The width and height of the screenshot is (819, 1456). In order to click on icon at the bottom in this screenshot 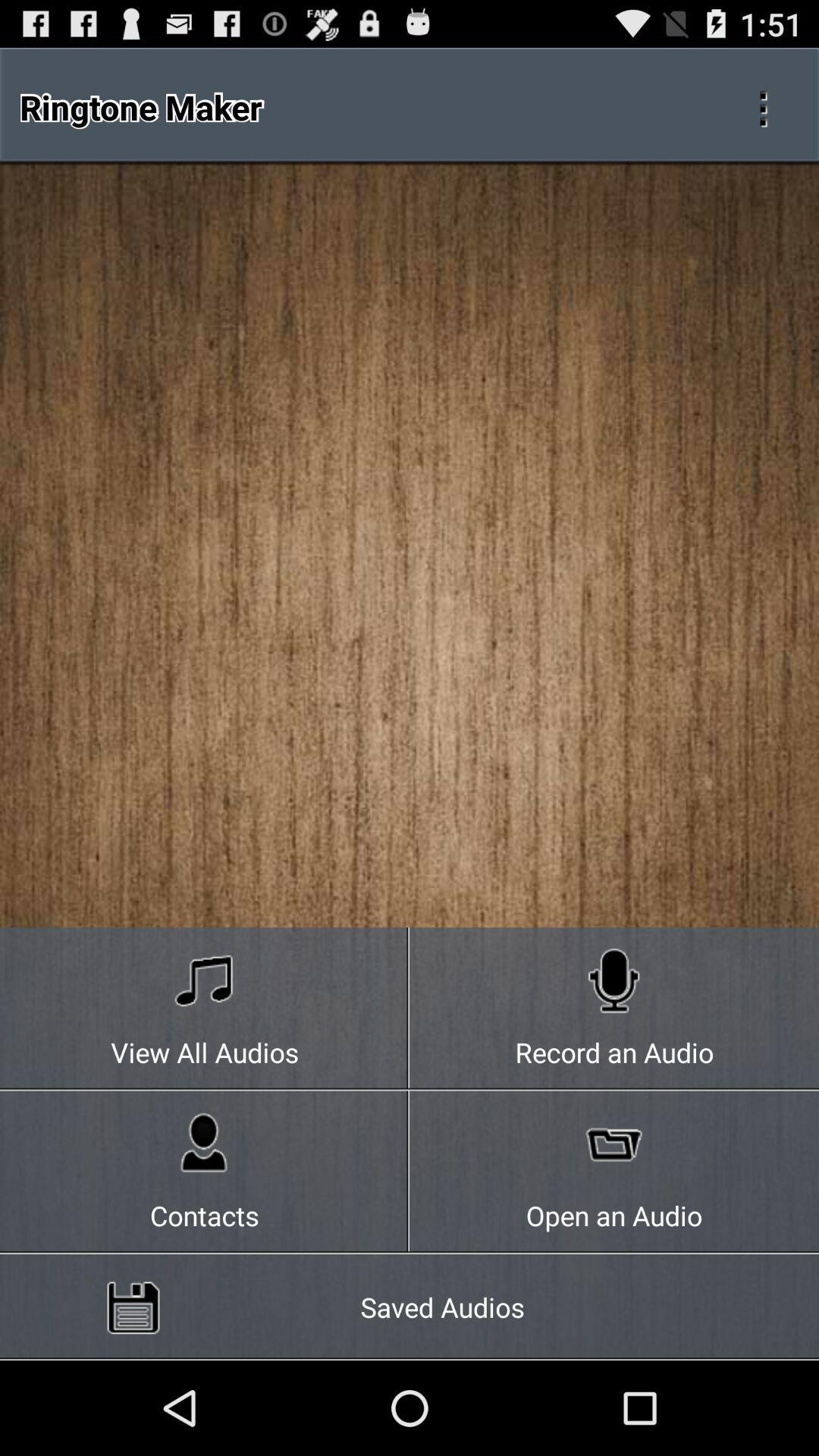, I will do `click(409, 1306)`.